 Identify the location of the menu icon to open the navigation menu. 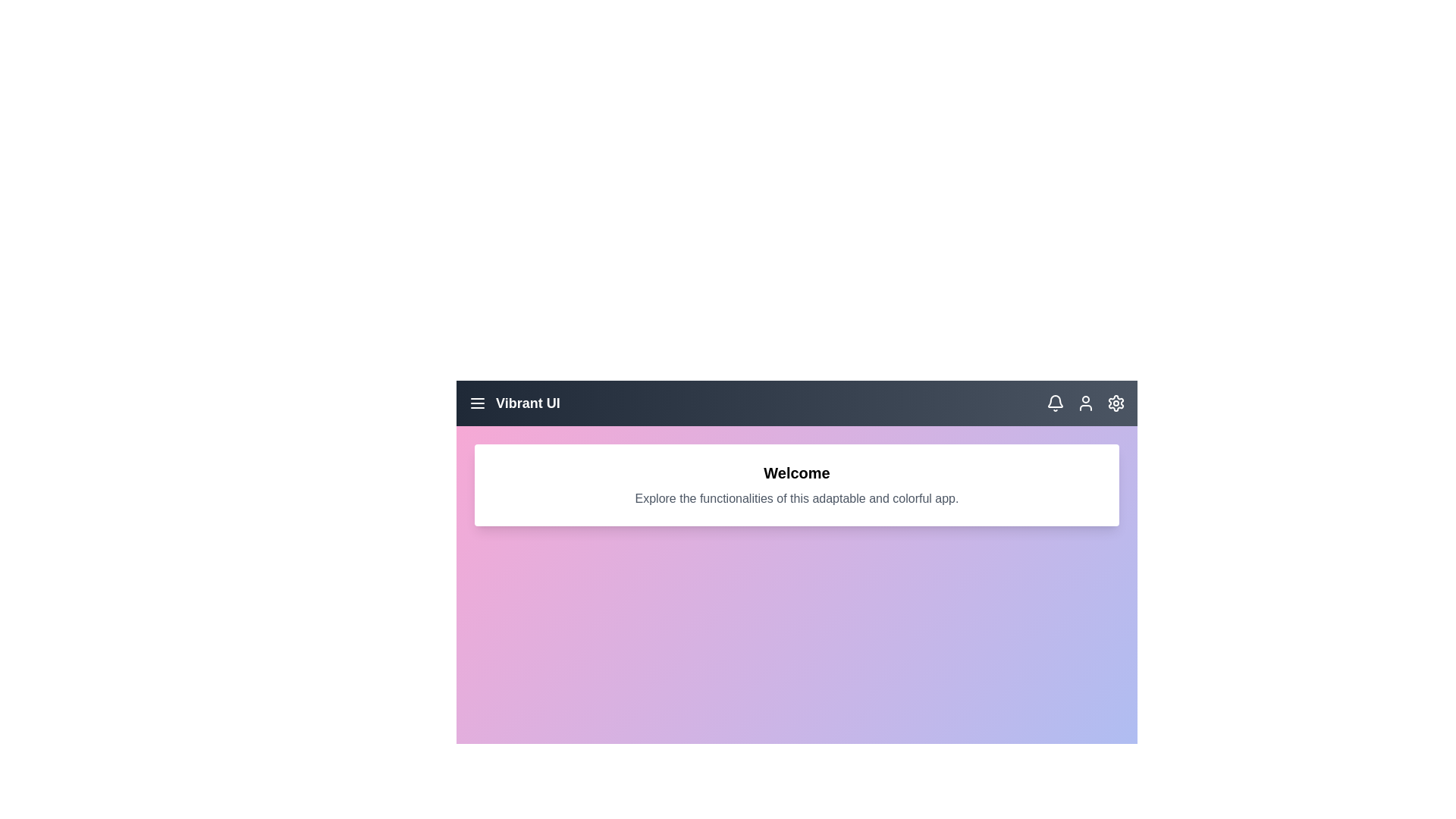
(476, 403).